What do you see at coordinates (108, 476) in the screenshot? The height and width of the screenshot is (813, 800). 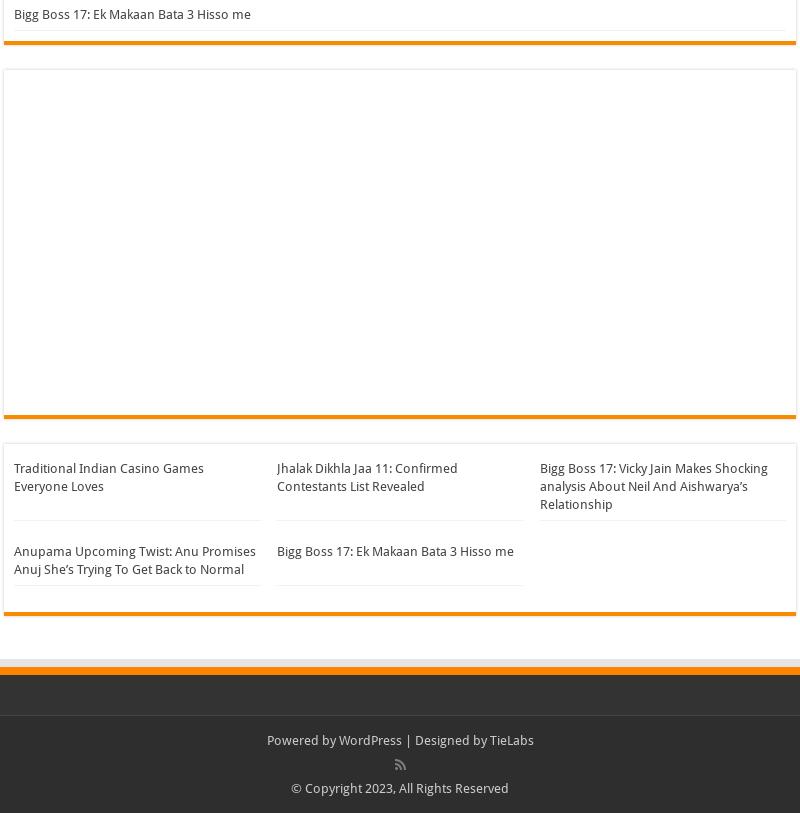 I see `'Traditional Indian Casino Games Everyone Loves'` at bounding box center [108, 476].